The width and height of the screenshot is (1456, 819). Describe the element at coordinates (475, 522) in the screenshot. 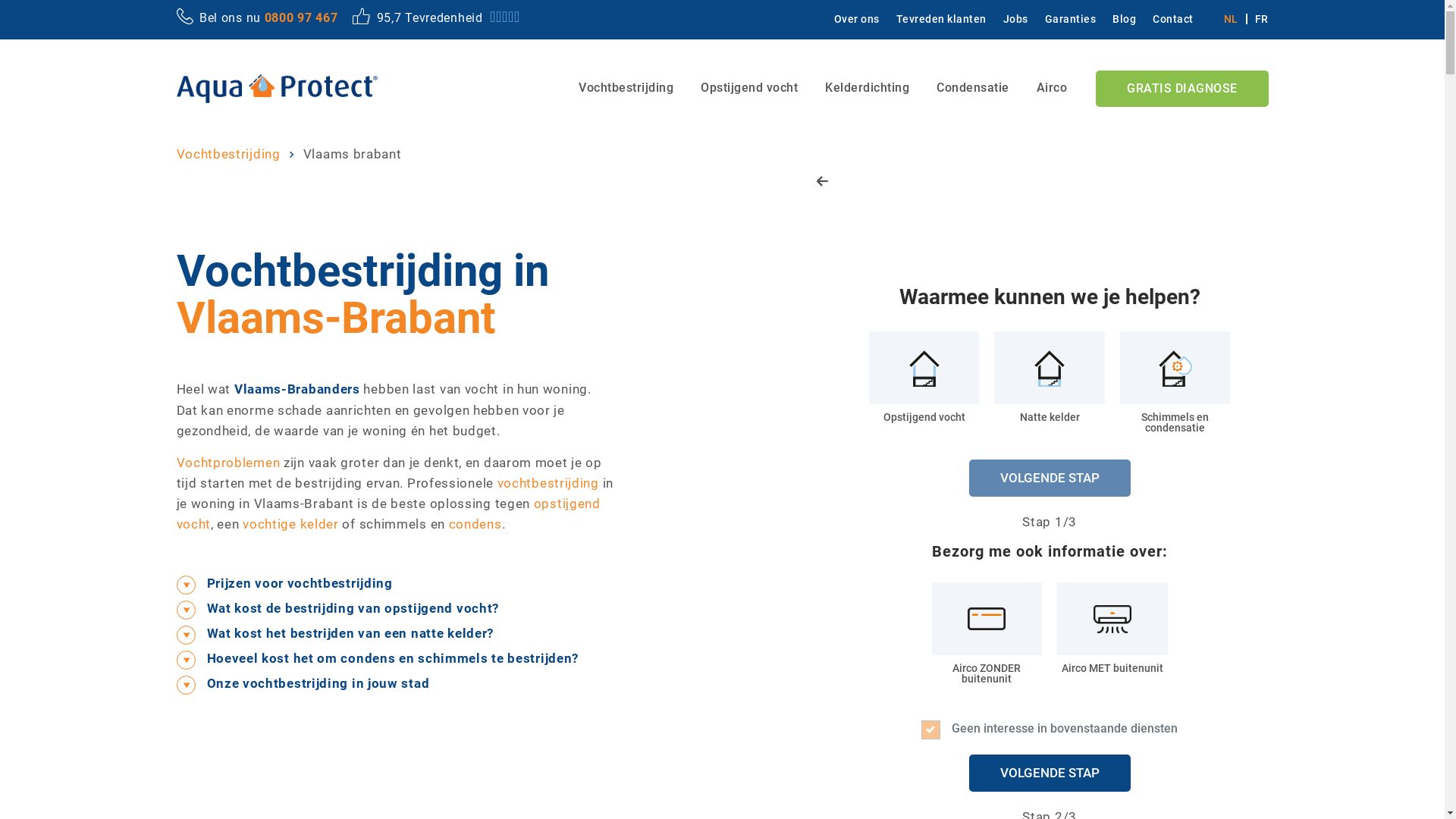

I see `'condens'` at that location.